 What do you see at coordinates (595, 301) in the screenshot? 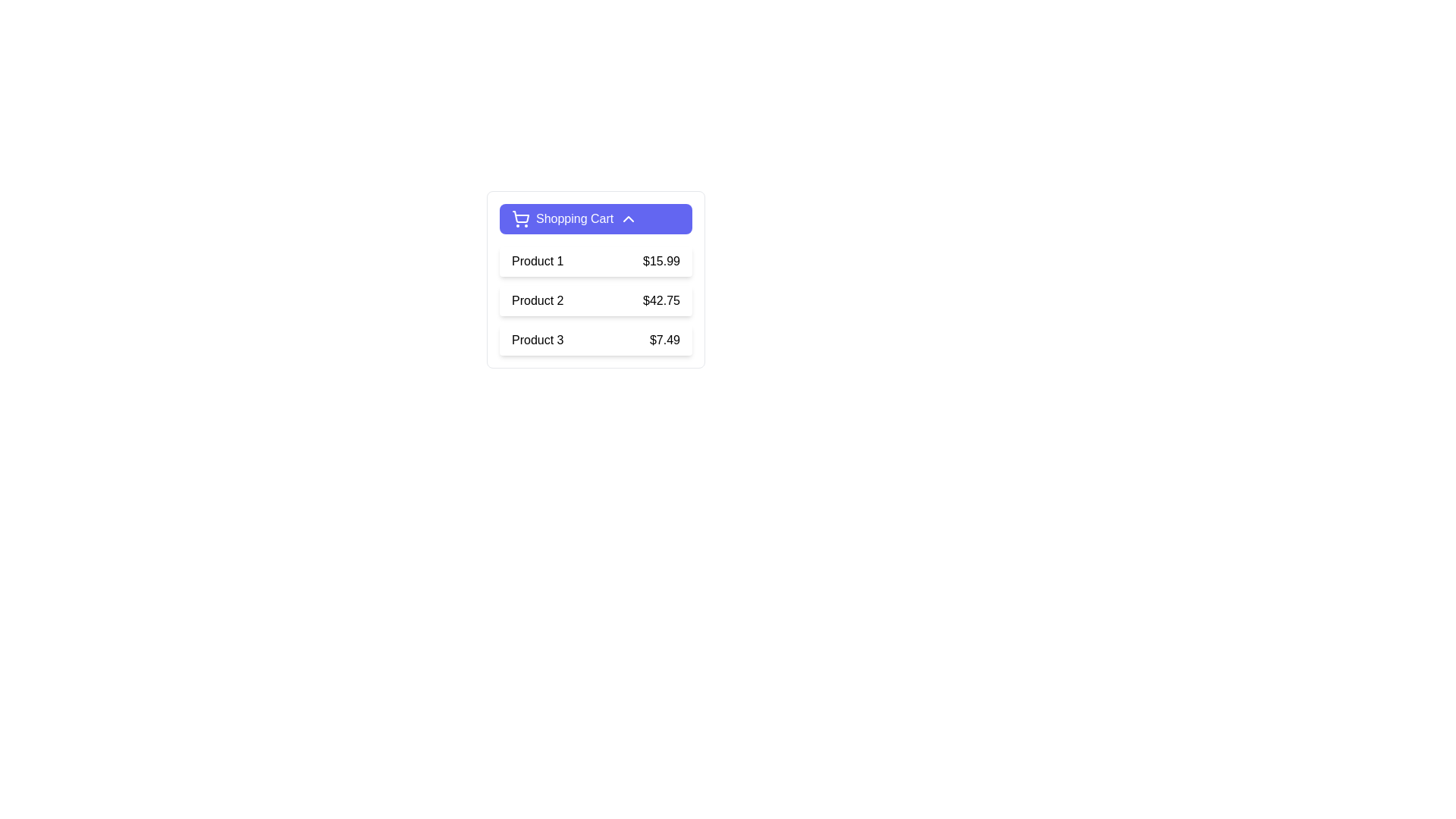
I see `the second product entry in the shopping cart that displays the product name and price, positioned between 'Product 1 $15.99' and 'Product 3 $7.49'` at bounding box center [595, 301].